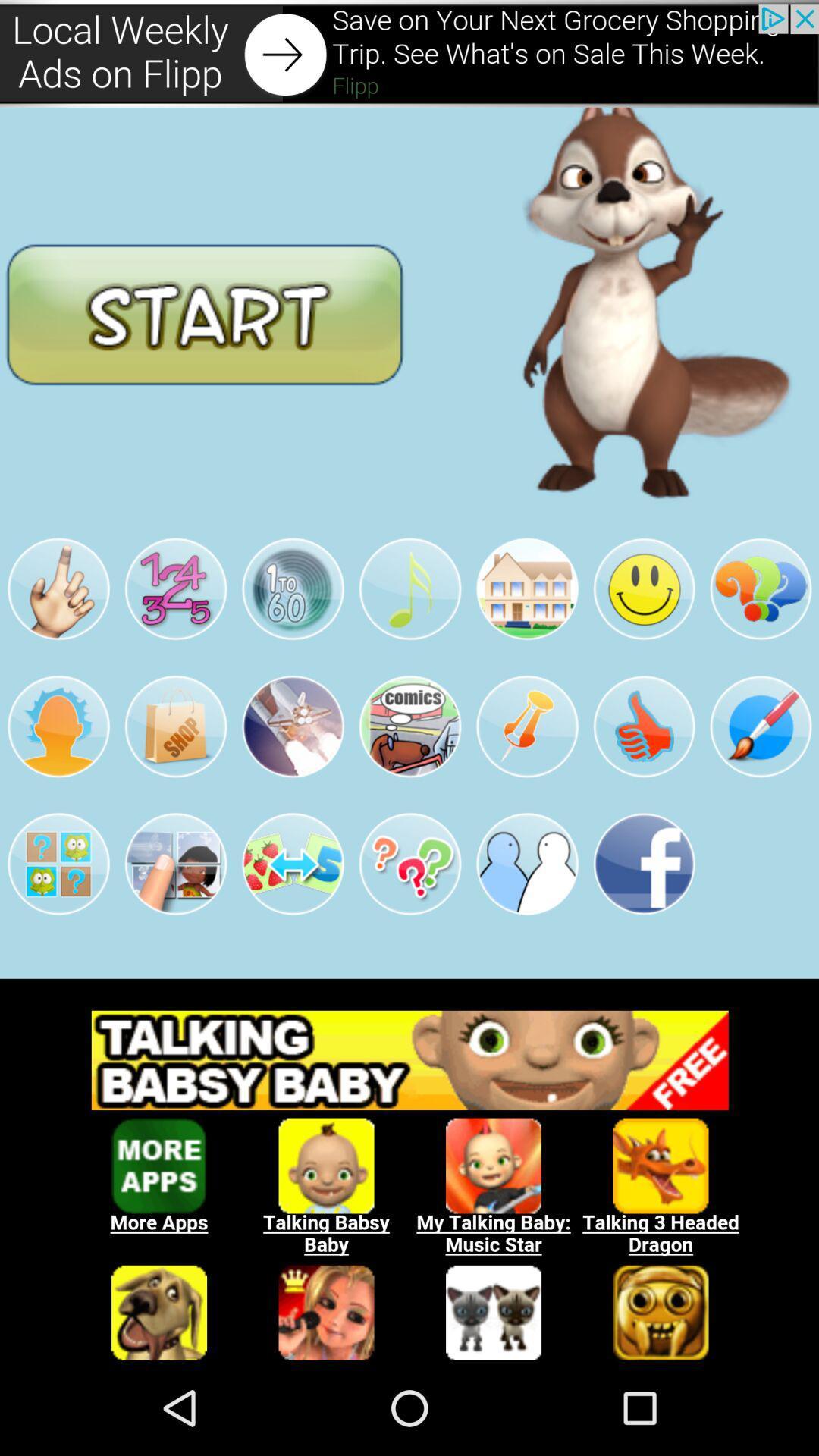 The height and width of the screenshot is (1456, 819). I want to click on second icon below the start button, so click(174, 588).